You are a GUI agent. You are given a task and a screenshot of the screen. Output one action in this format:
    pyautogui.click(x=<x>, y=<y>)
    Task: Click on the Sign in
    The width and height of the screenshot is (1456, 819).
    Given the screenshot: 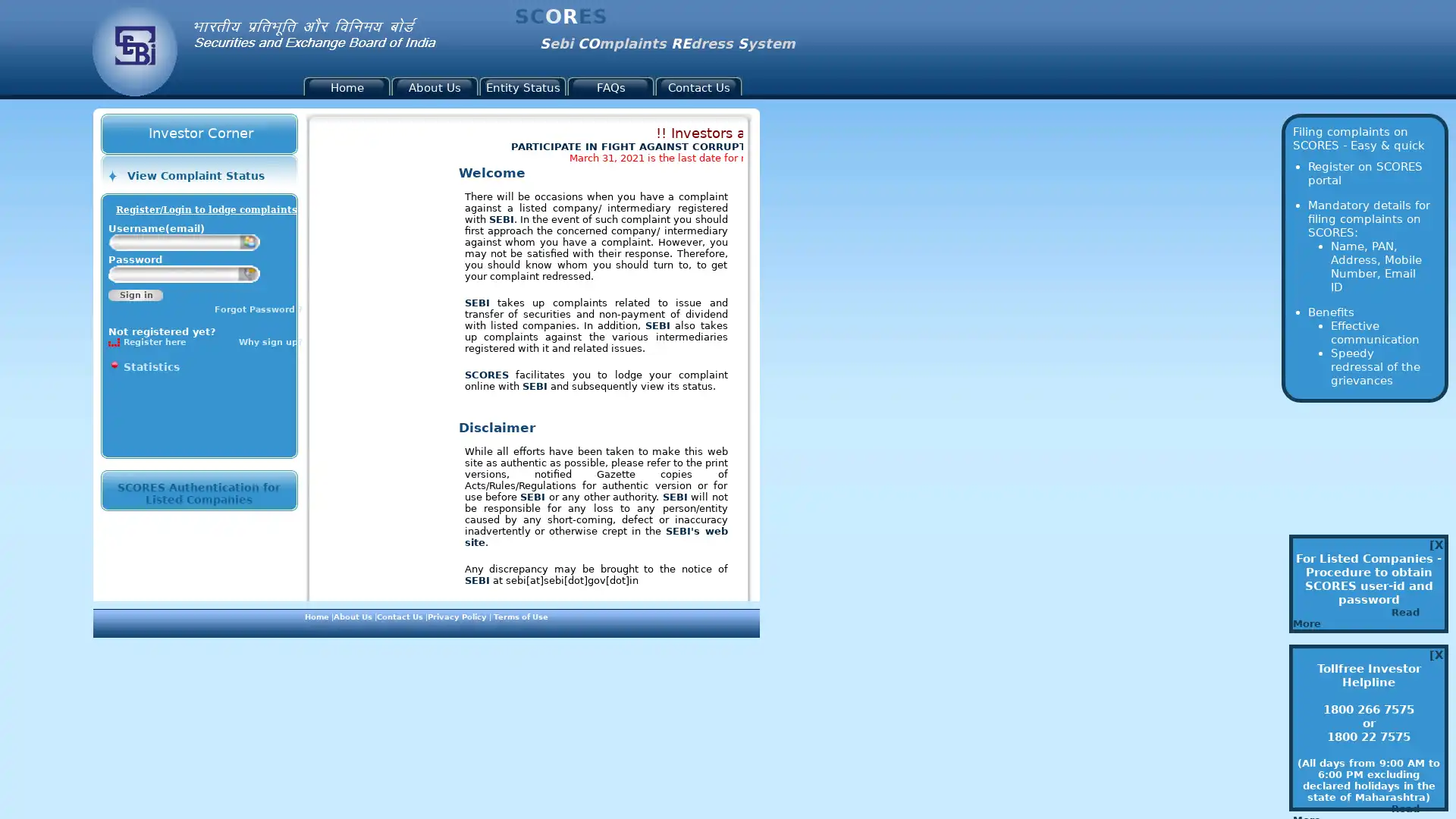 What is the action you would take?
    pyautogui.click(x=136, y=296)
    